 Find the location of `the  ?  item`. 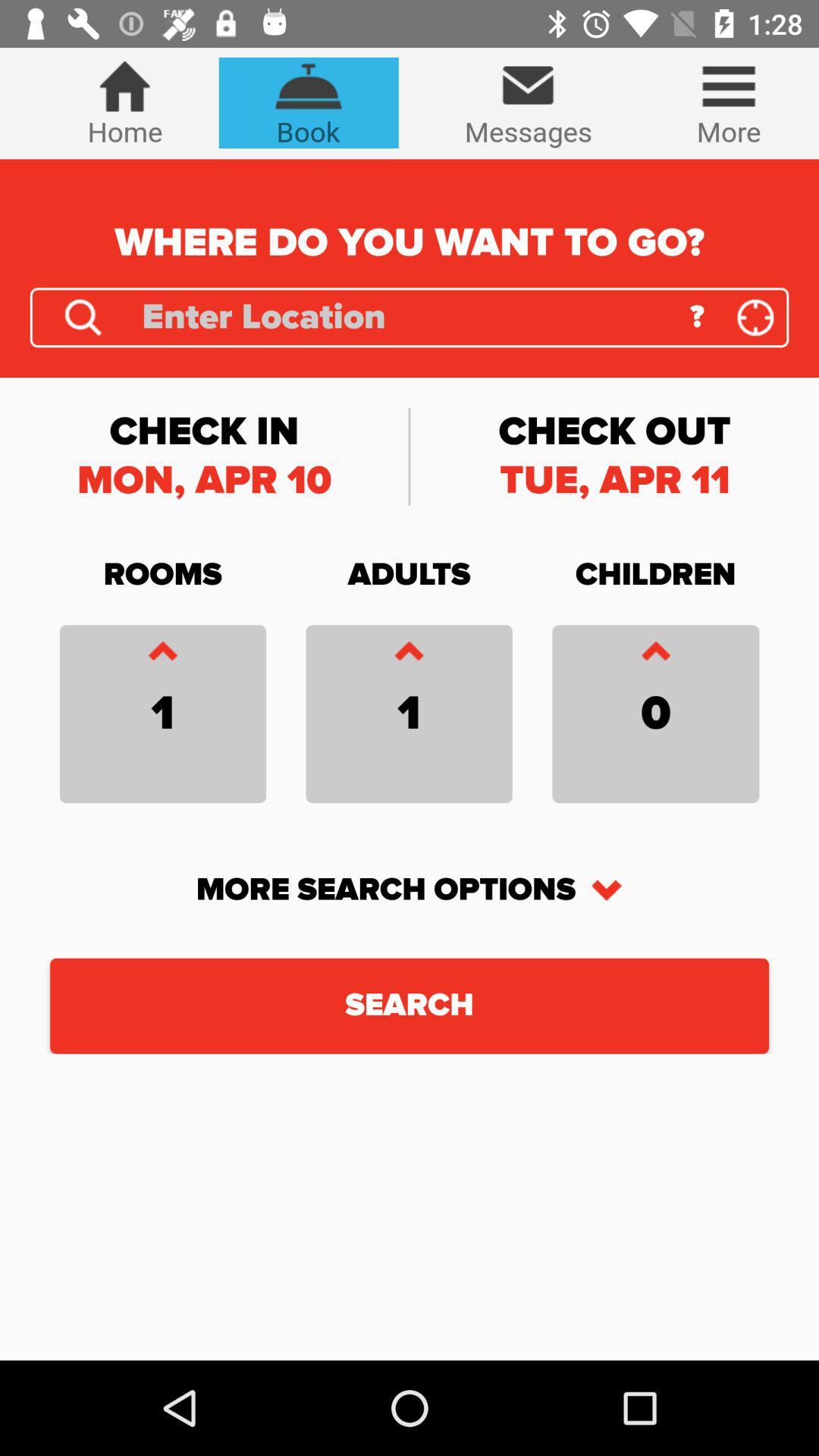

the  ?  item is located at coordinates (697, 316).